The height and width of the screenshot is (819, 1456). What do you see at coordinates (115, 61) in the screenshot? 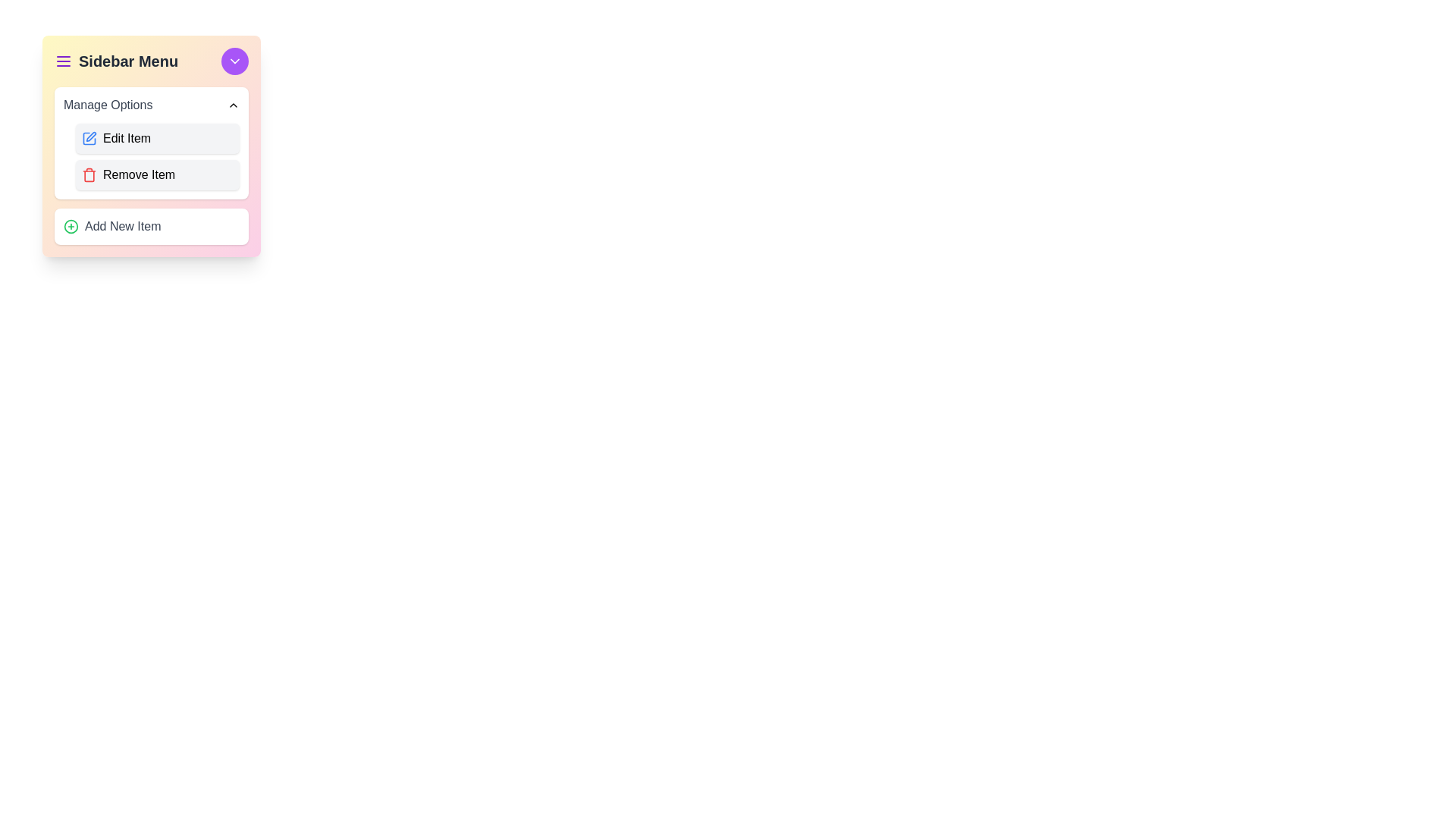
I see `the sidebar menu title and indicator element located at the top-left region of the card interface, next to the purple dropdown toggle button` at bounding box center [115, 61].